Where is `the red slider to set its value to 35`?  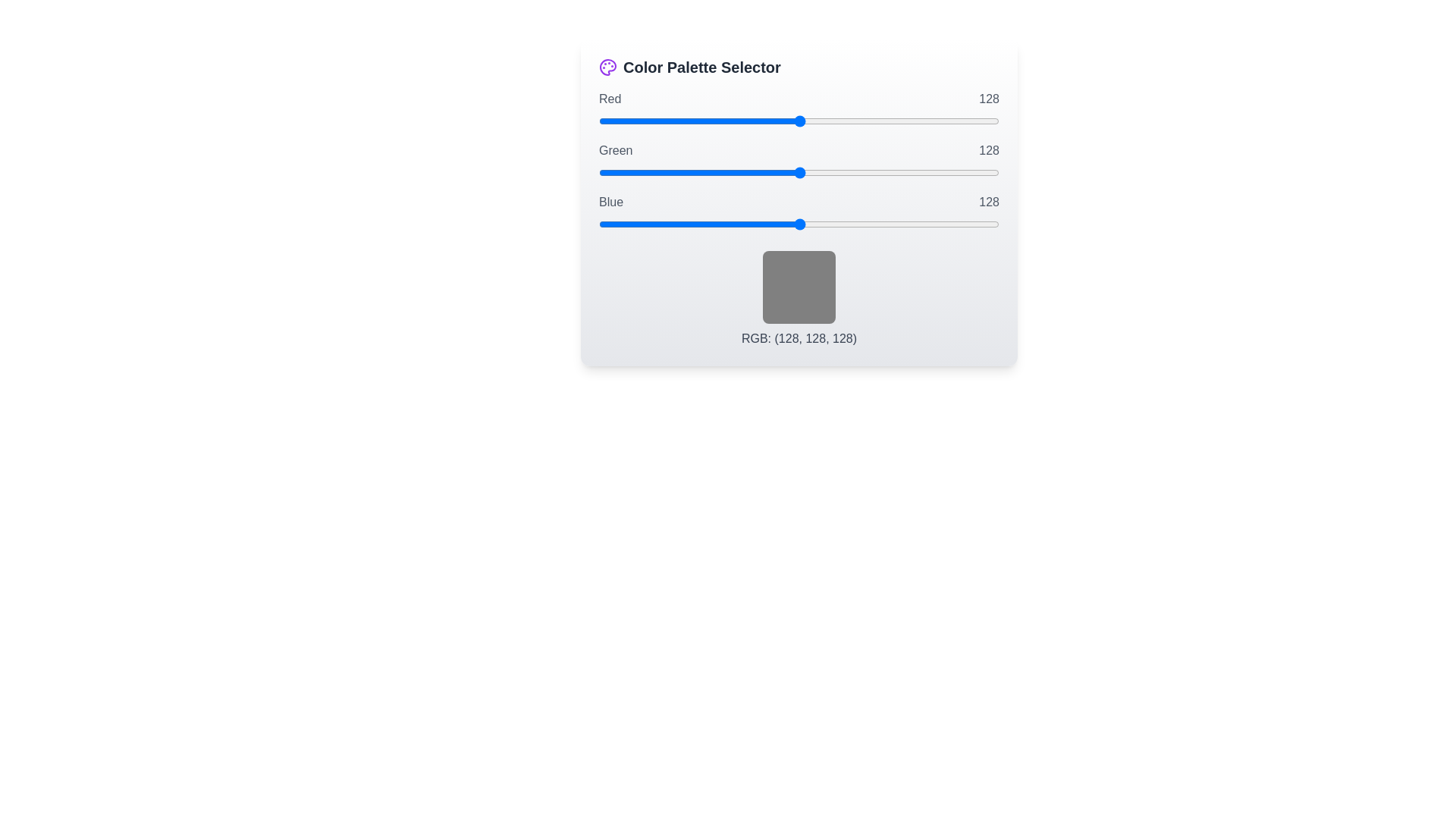
the red slider to set its value to 35 is located at coordinates (654, 120).